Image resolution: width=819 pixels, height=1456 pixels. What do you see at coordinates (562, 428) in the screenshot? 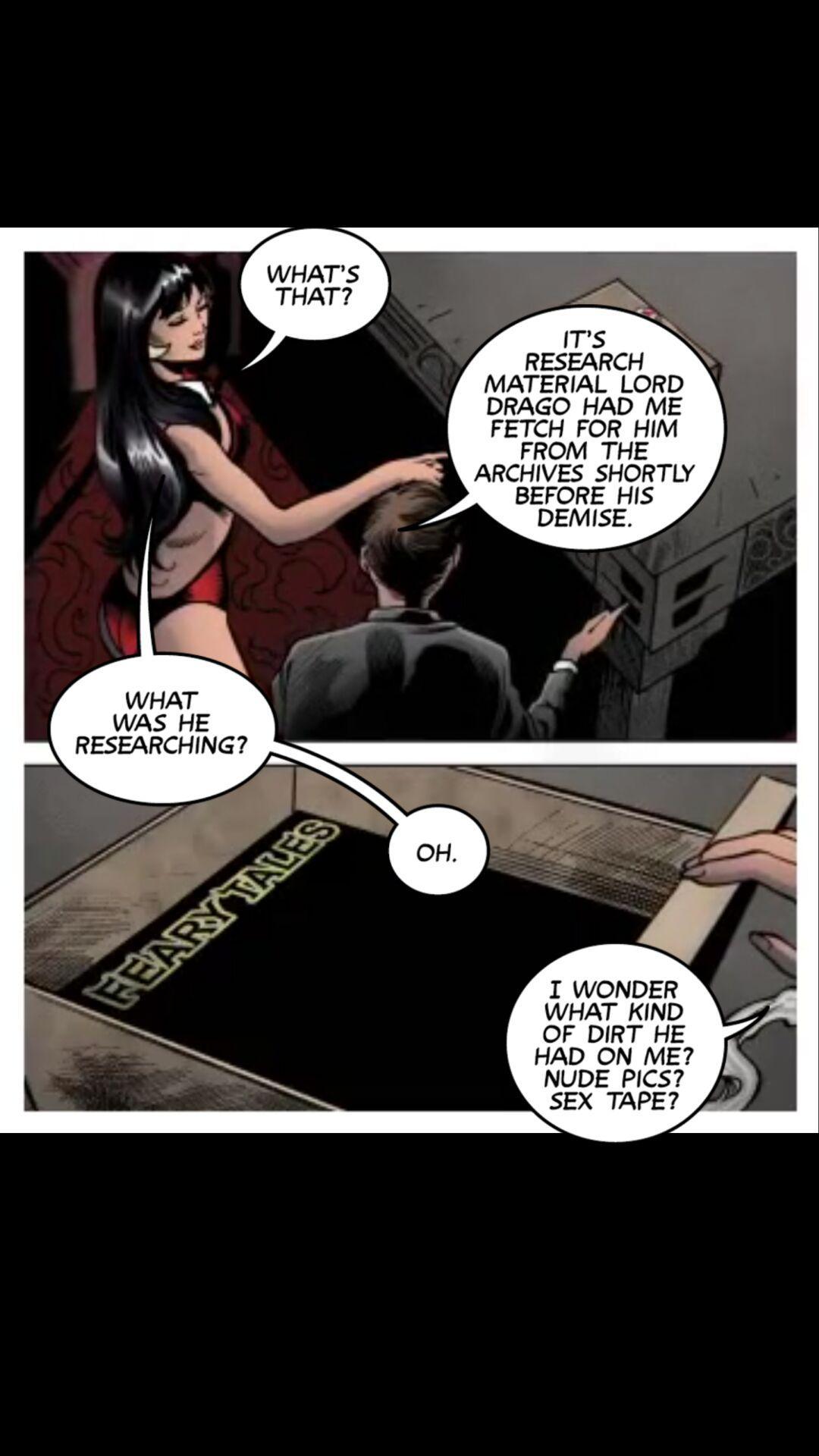
I see `it 's research material lord drago had me fetch for him from the archives shortly before his demise` at bounding box center [562, 428].